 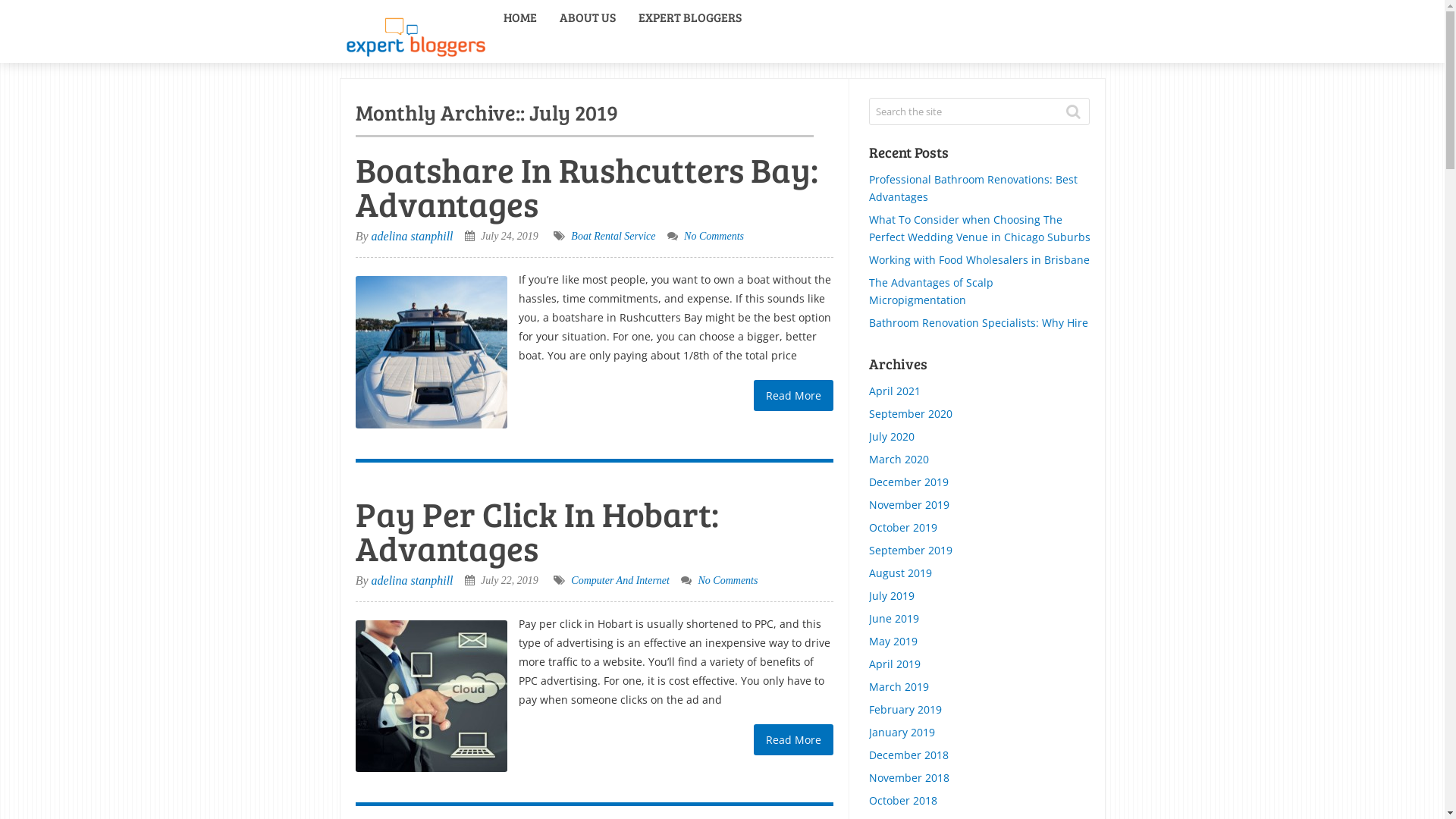 What do you see at coordinates (909, 777) in the screenshot?
I see `'November 2018'` at bounding box center [909, 777].